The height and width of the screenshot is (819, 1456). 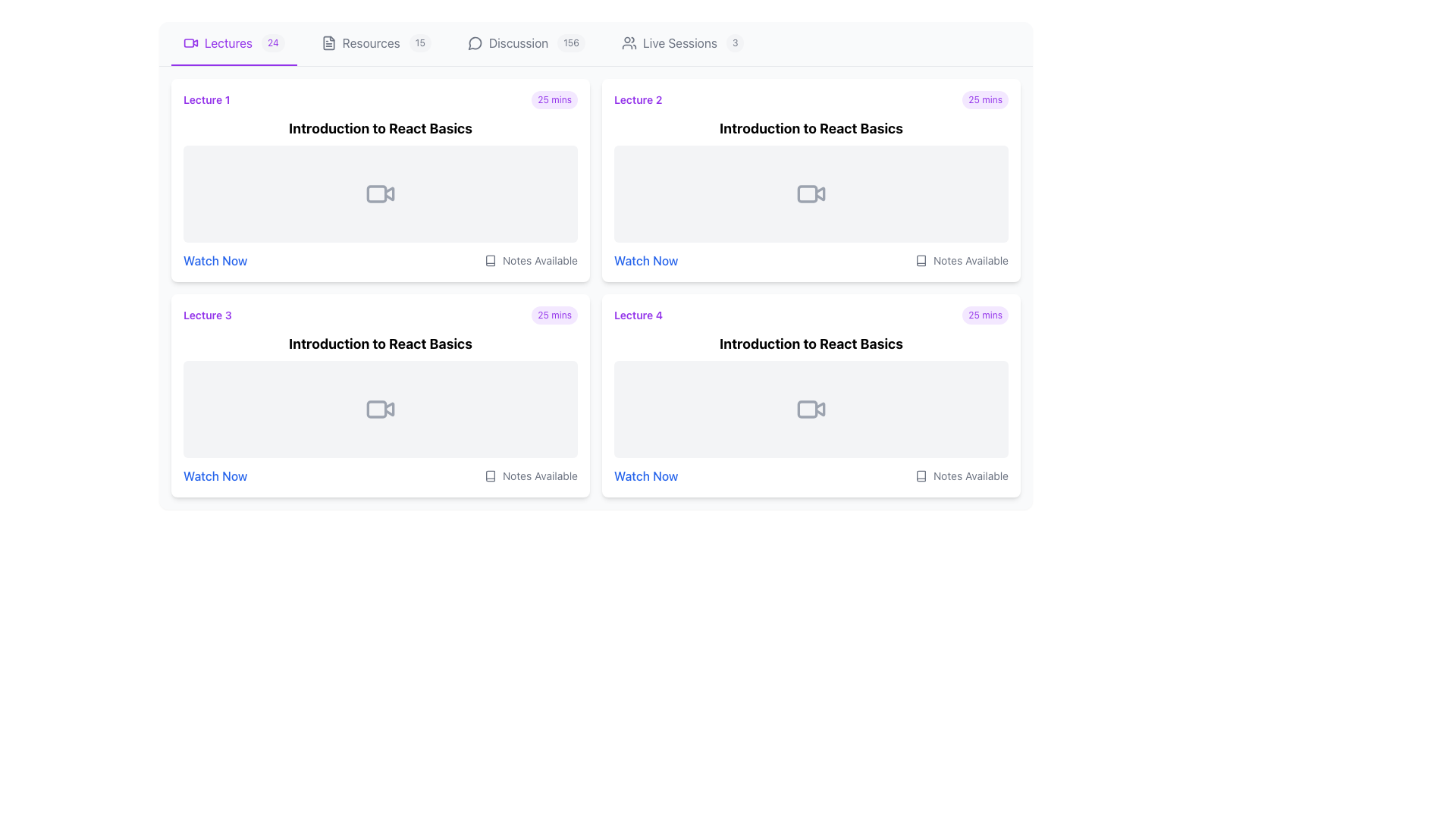 What do you see at coordinates (377, 409) in the screenshot?
I see `the left section of the video icon group, which is represented by an SVG rectangle inside the card for 'Lecture 3: Introduction to React Basics' located in the second row and first column of the lecture grid layout` at bounding box center [377, 409].